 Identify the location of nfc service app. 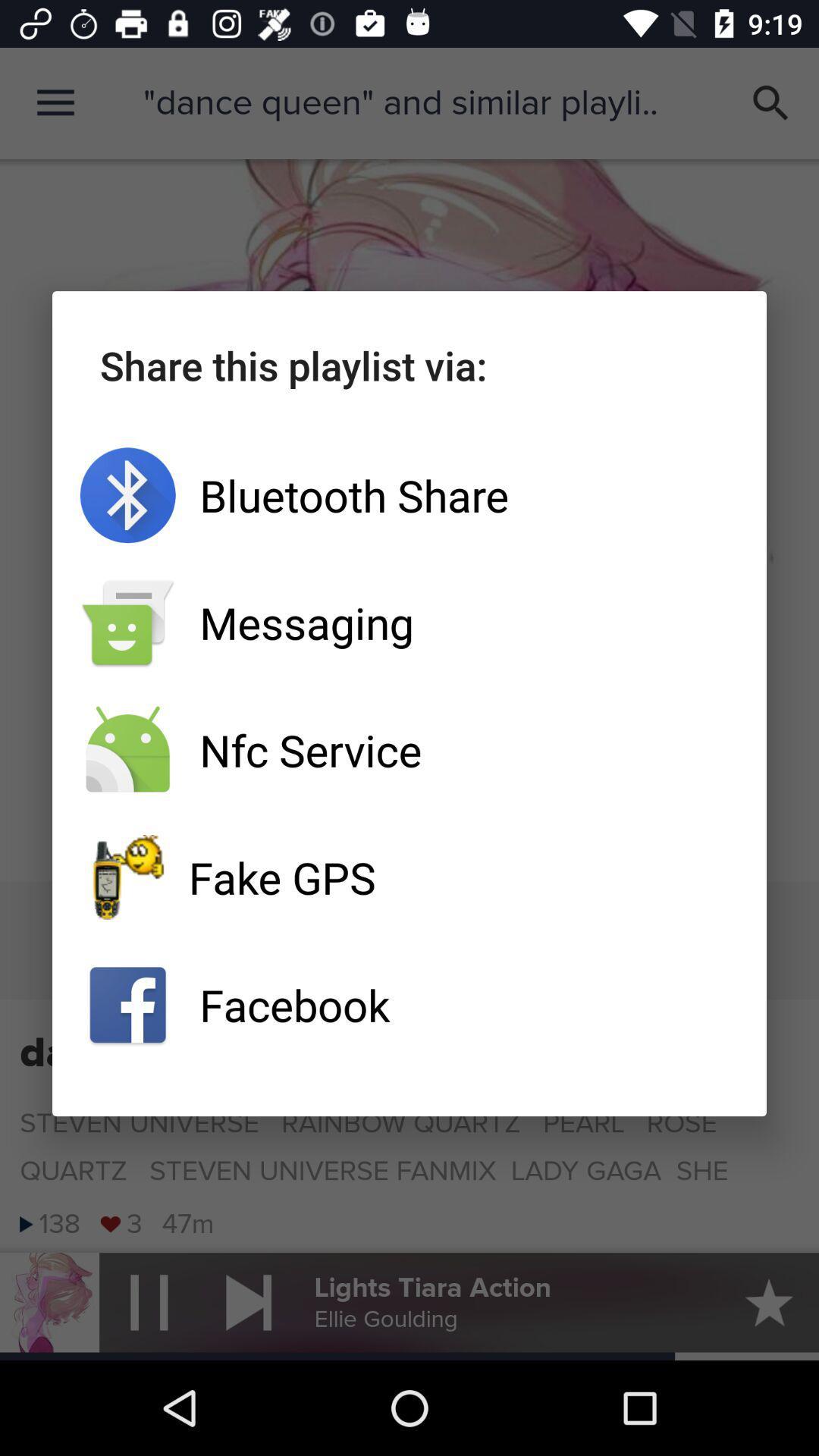
(409, 750).